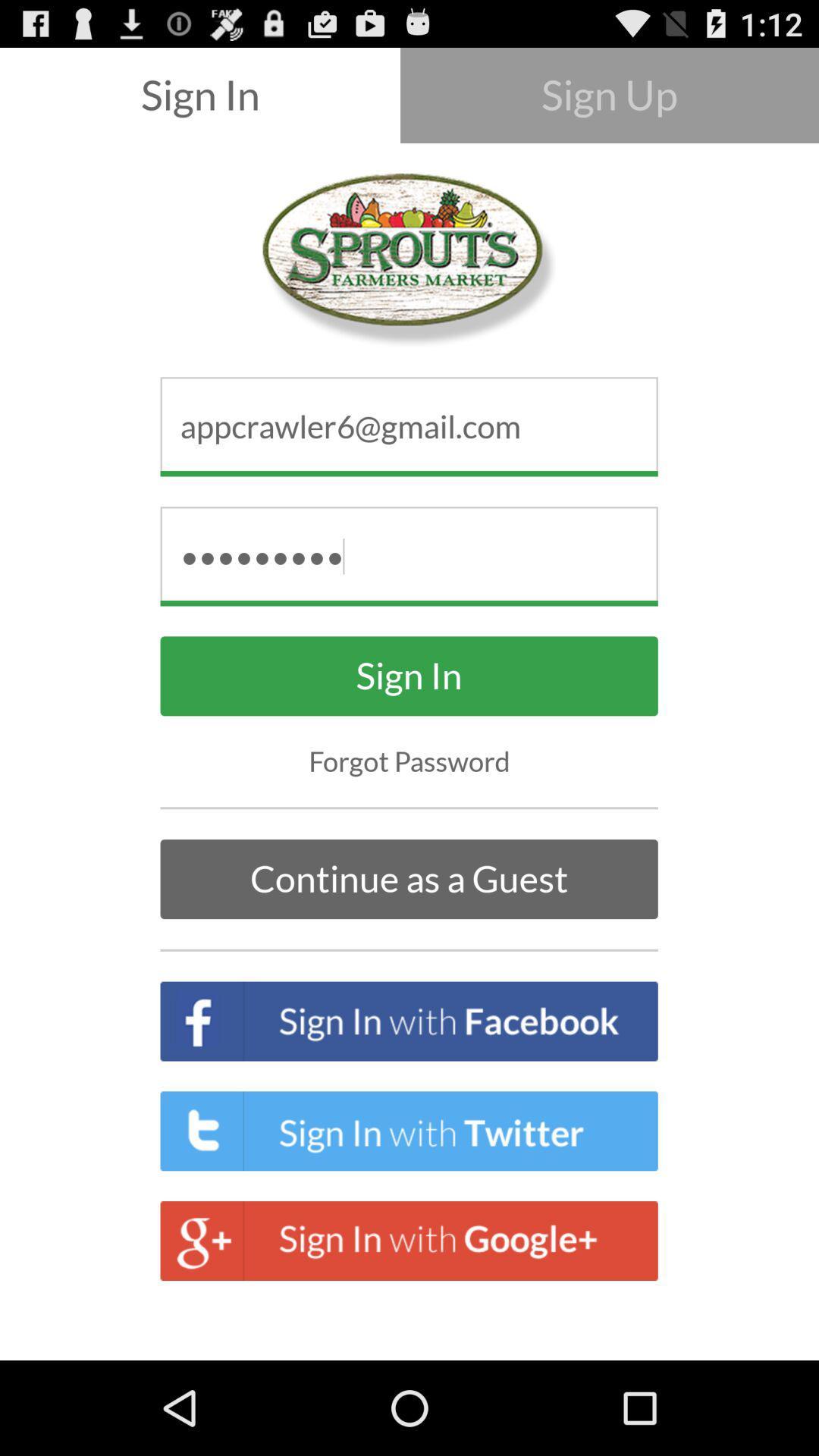 The width and height of the screenshot is (819, 1456). I want to click on appcrawler6gmailcom, so click(409, 425).